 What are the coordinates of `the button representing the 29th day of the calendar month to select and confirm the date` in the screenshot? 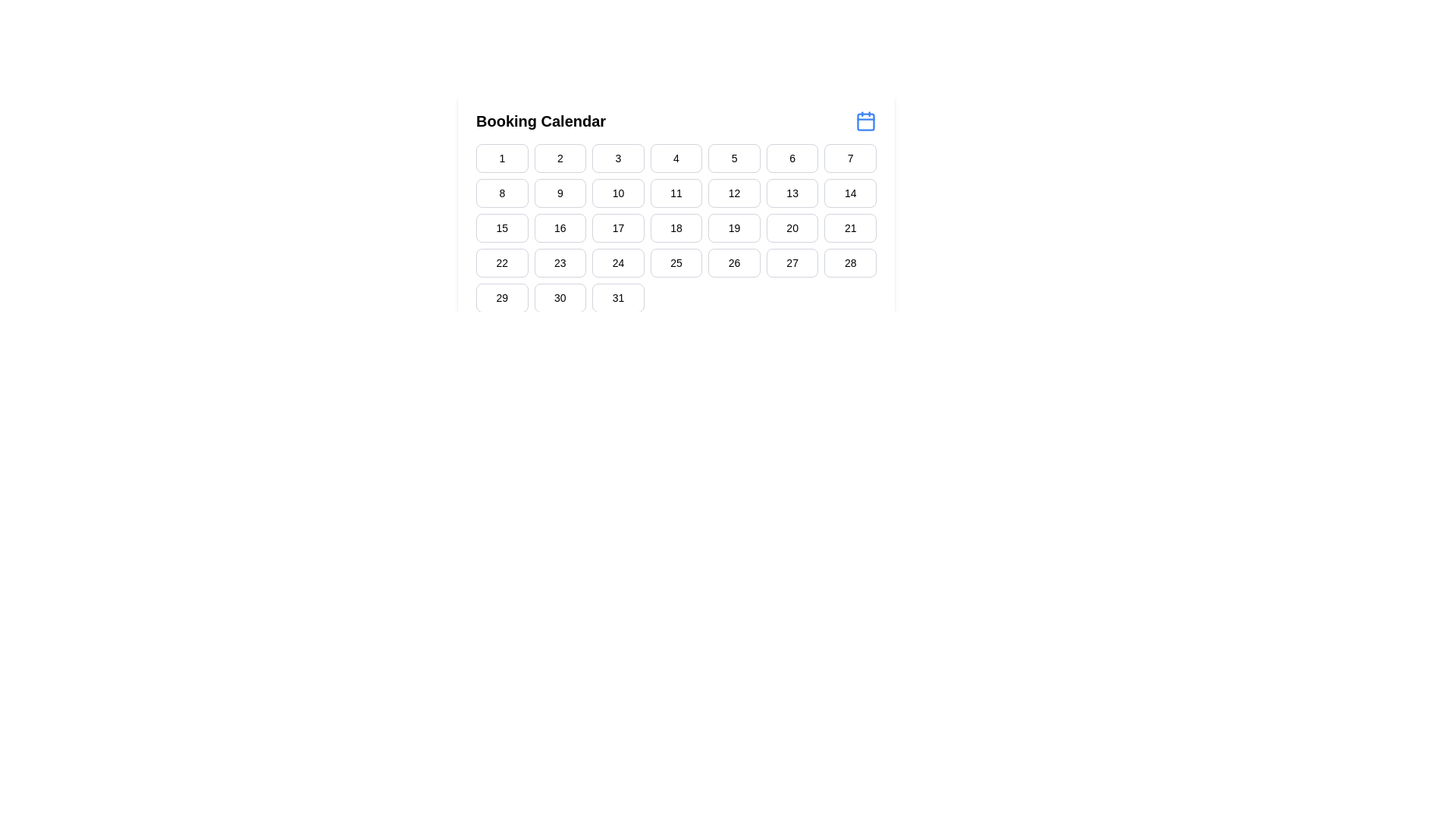 It's located at (502, 298).